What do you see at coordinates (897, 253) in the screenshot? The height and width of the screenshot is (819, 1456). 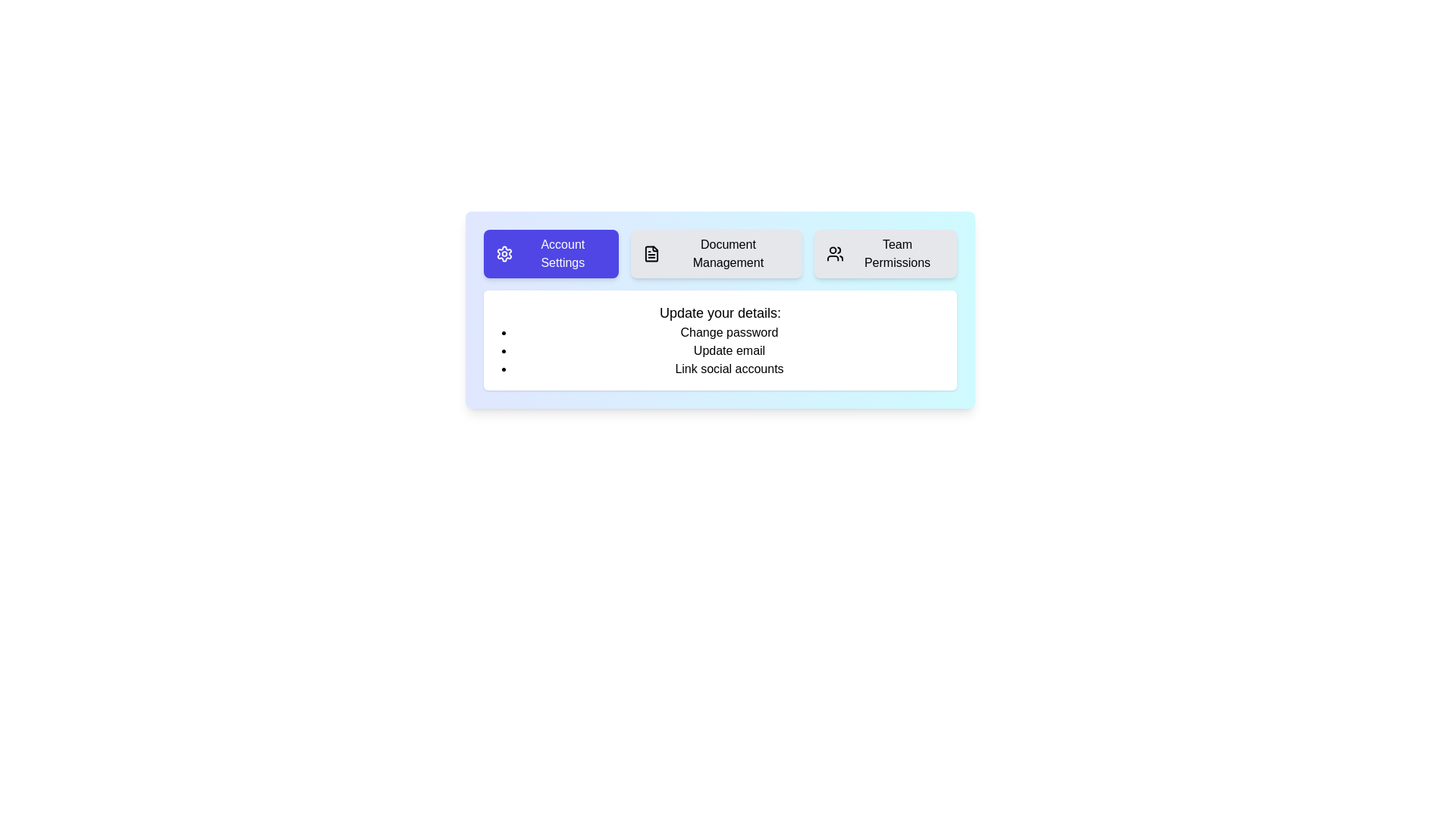 I see `the 'Team Permissions' label, which displays the title in medium font weight on a light gray background, part of the horizontal menu options` at bounding box center [897, 253].